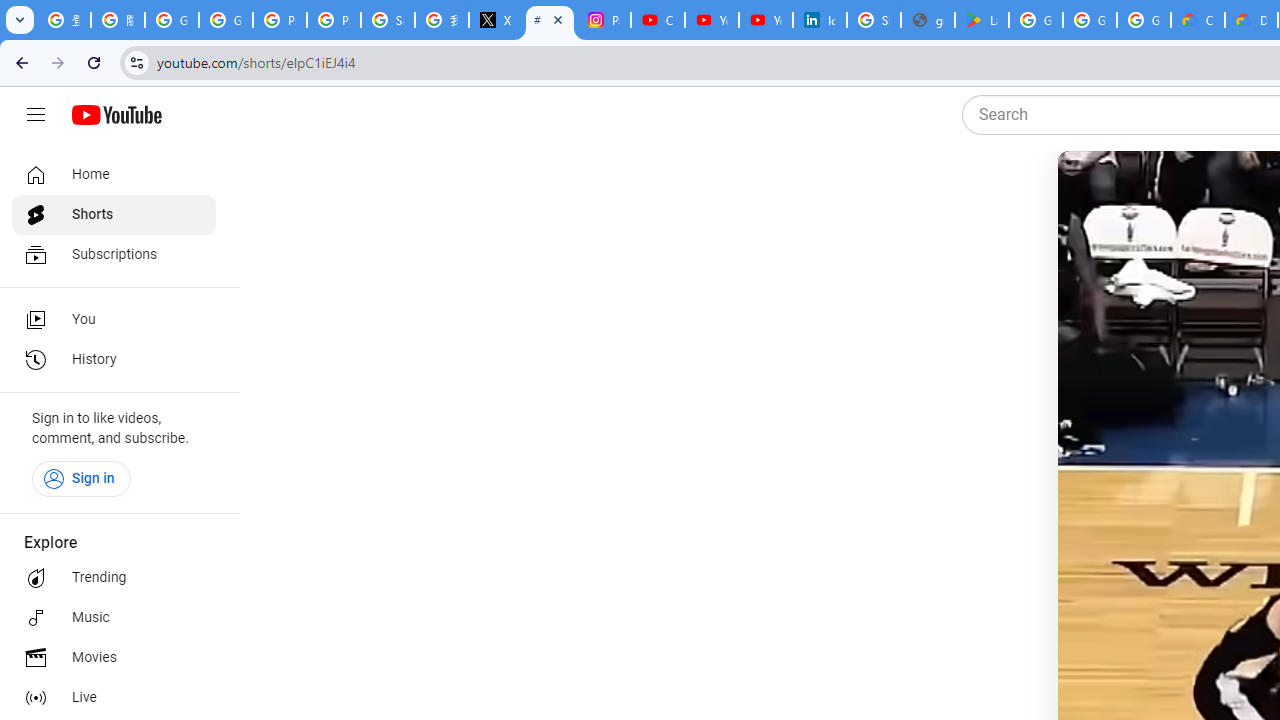 Image resolution: width=1280 pixels, height=720 pixels. What do you see at coordinates (112, 658) in the screenshot?
I see `'Movies'` at bounding box center [112, 658].